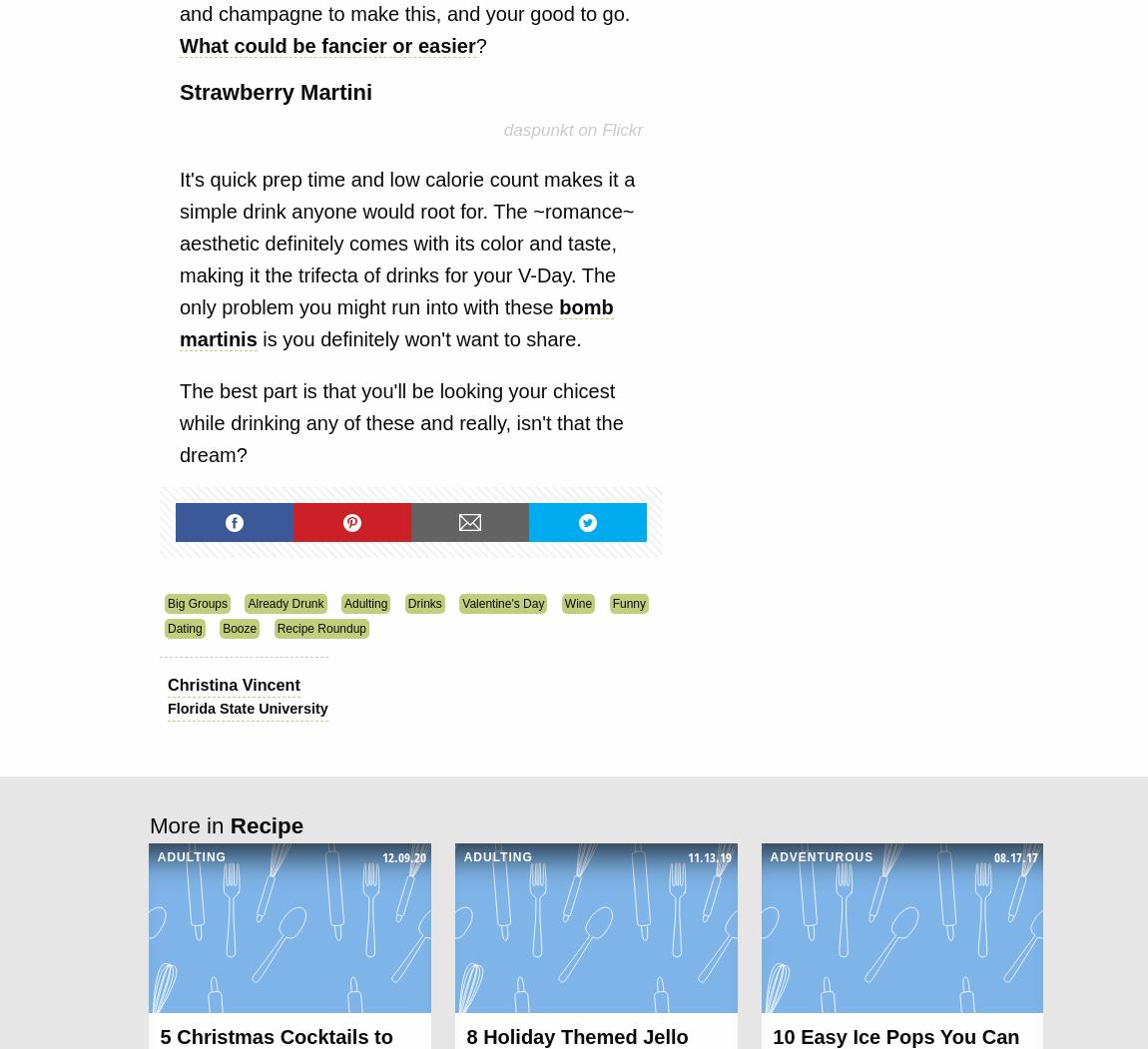 The height and width of the screenshot is (1049, 1148). Describe the element at coordinates (424, 603) in the screenshot. I see `'Drinks'` at that location.